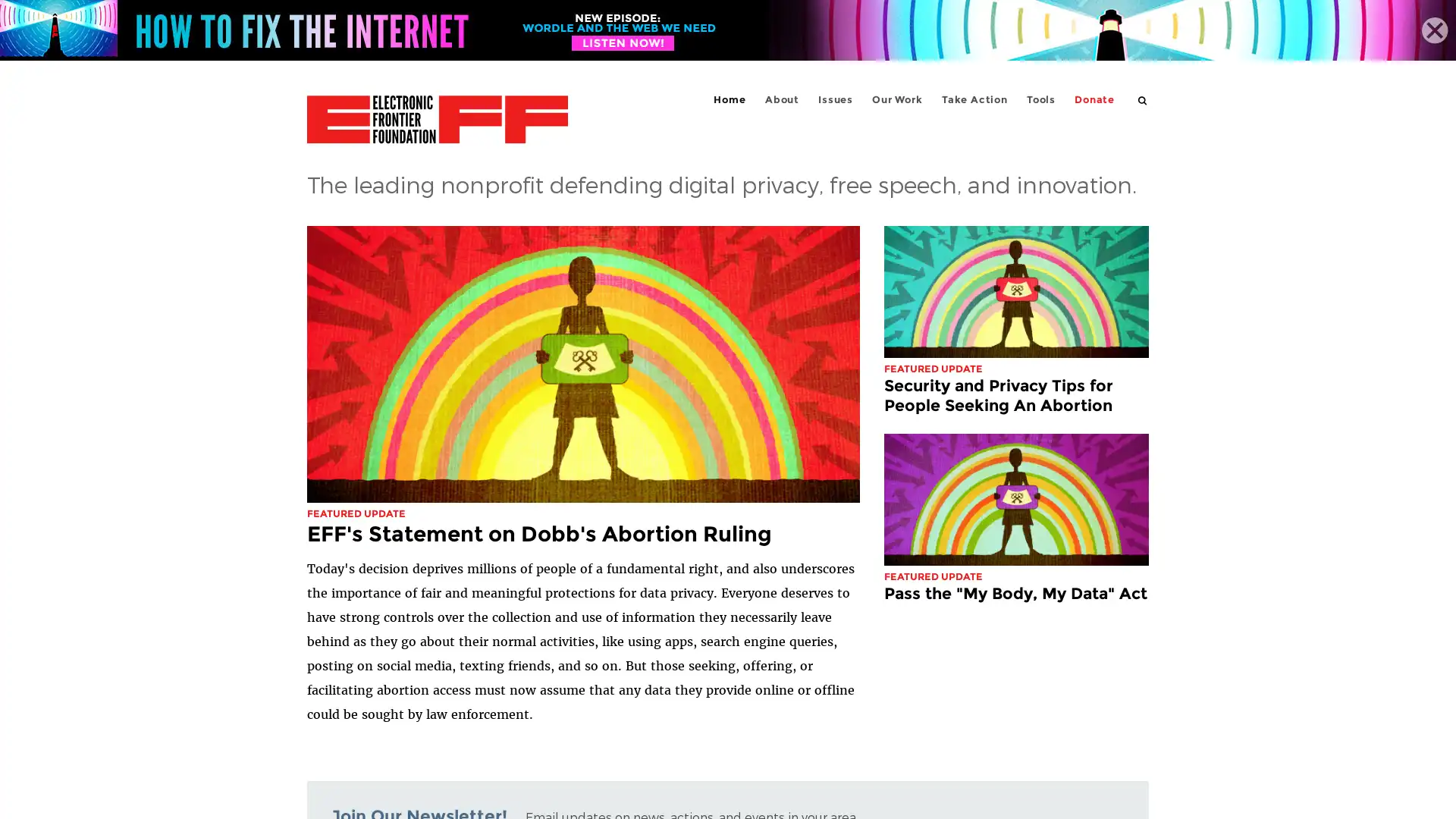 This screenshot has width=1456, height=819. Describe the element at coordinates (1143, 99) in the screenshot. I see `search` at that location.